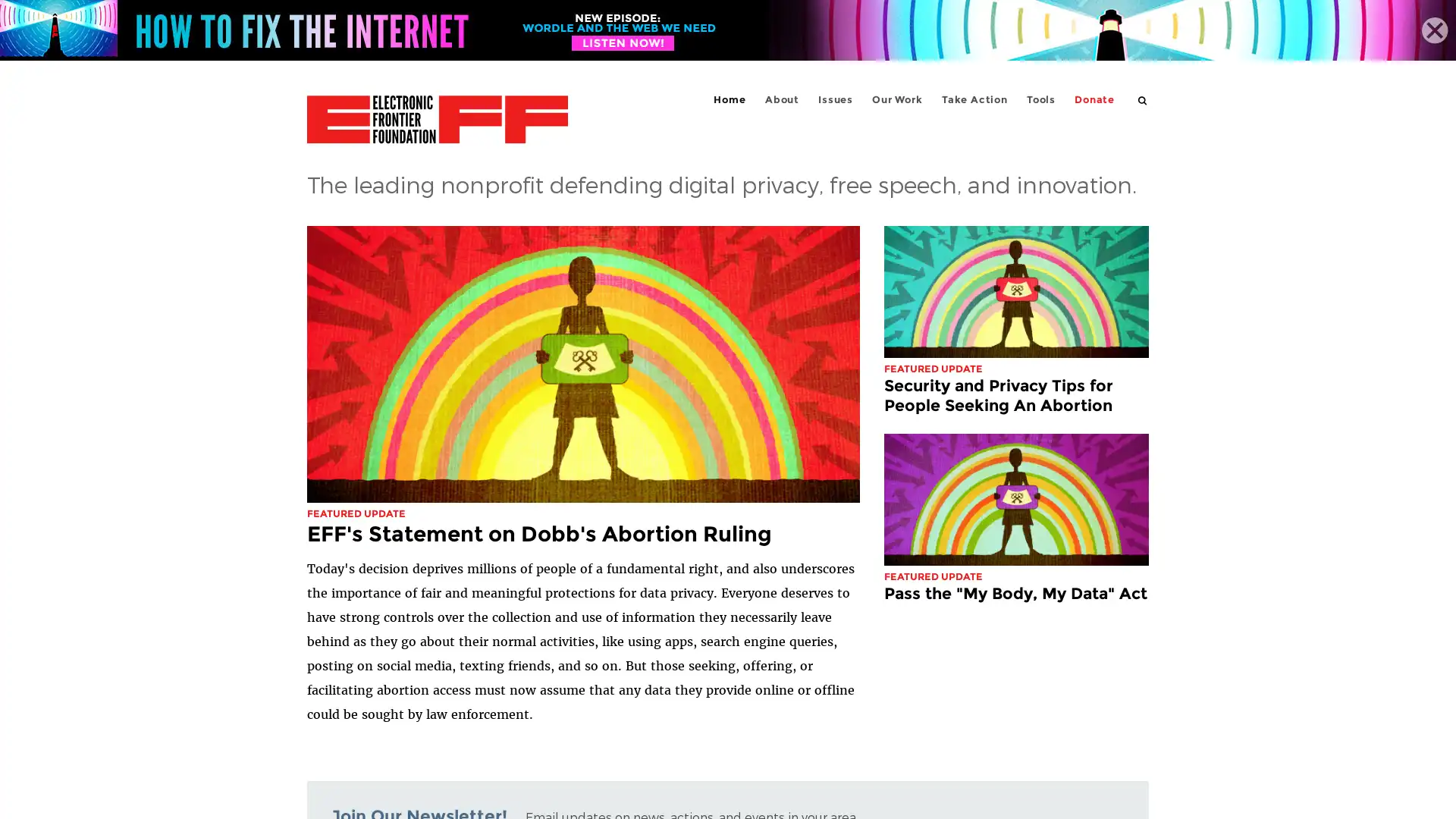 This screenshot has width=1456, height=819. Describe the element at coordinates (1143, 99) in the screenshot. I see `search` at that location.